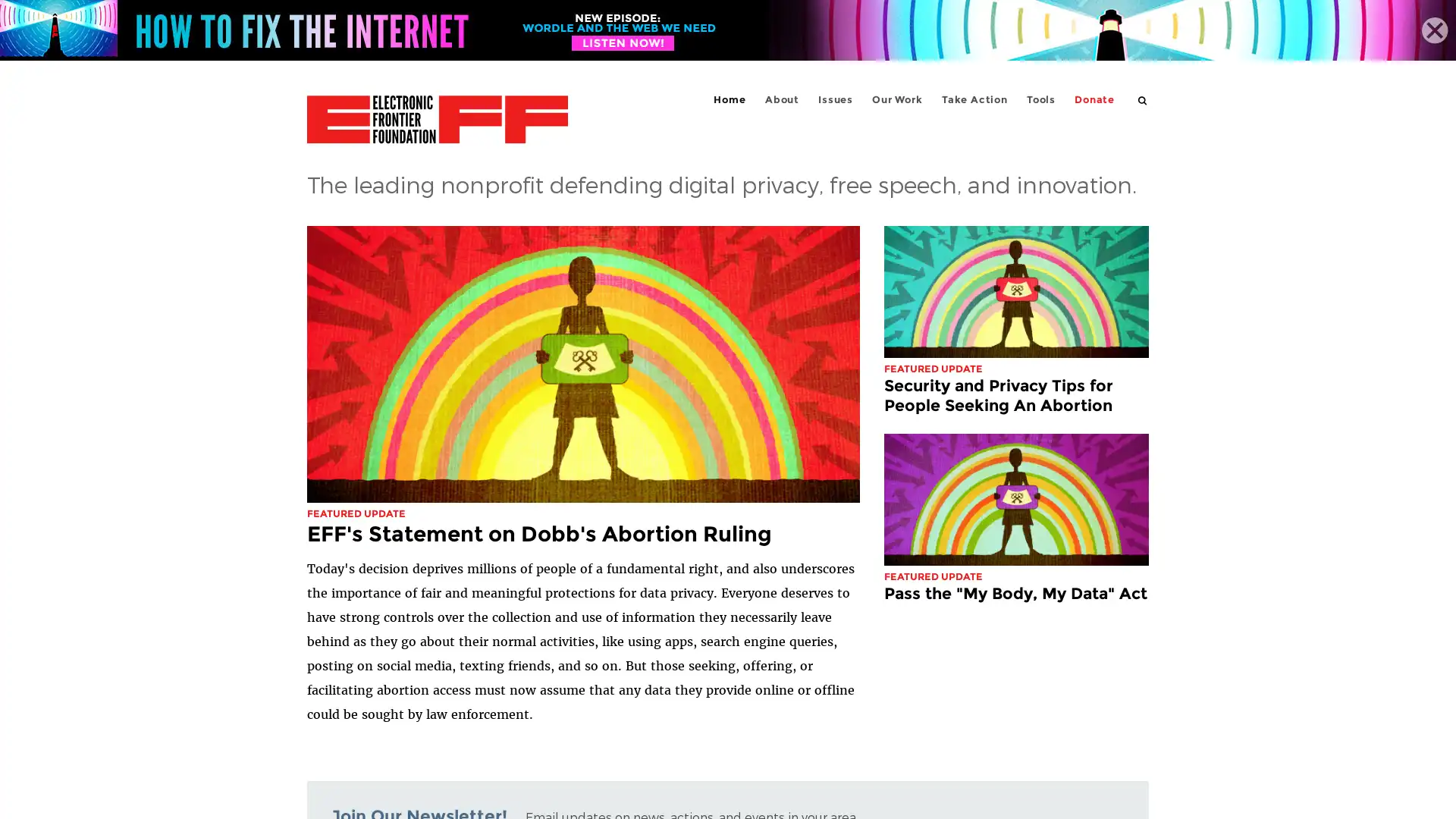 This screenshot has width=1456, height=819. Describe the element at coordinates (1143, 99) in the screenshot. I see `search` at that location.